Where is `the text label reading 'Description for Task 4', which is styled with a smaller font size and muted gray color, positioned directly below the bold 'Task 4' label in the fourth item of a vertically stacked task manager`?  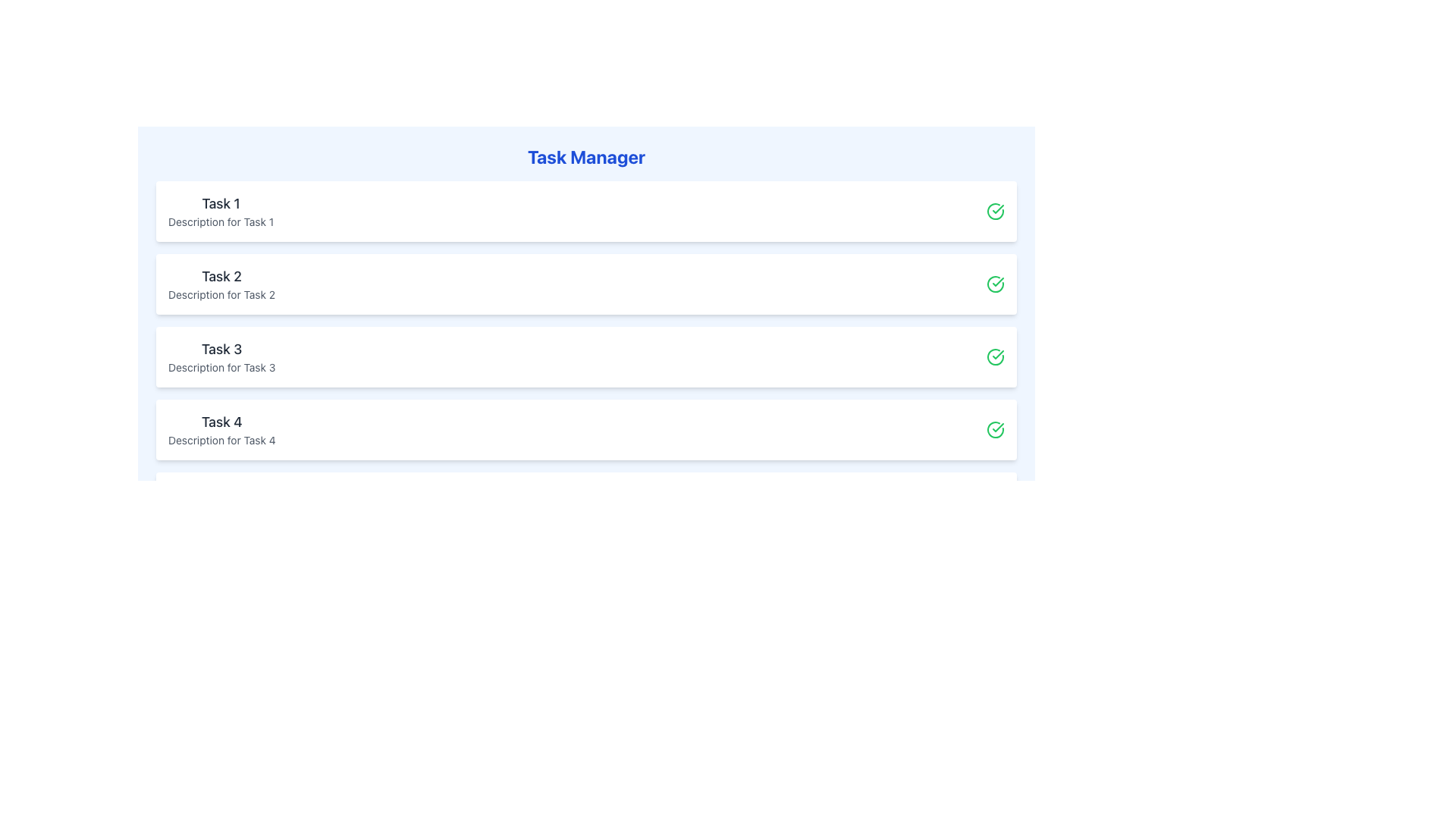 the text label reading 'Description for Task 4', which is styled with a smaller font size and muted gray color, positioned directly below the bold 'Task 4' label in the fourth item of a vertically stacked task manager is located at coordinates (221, 441).